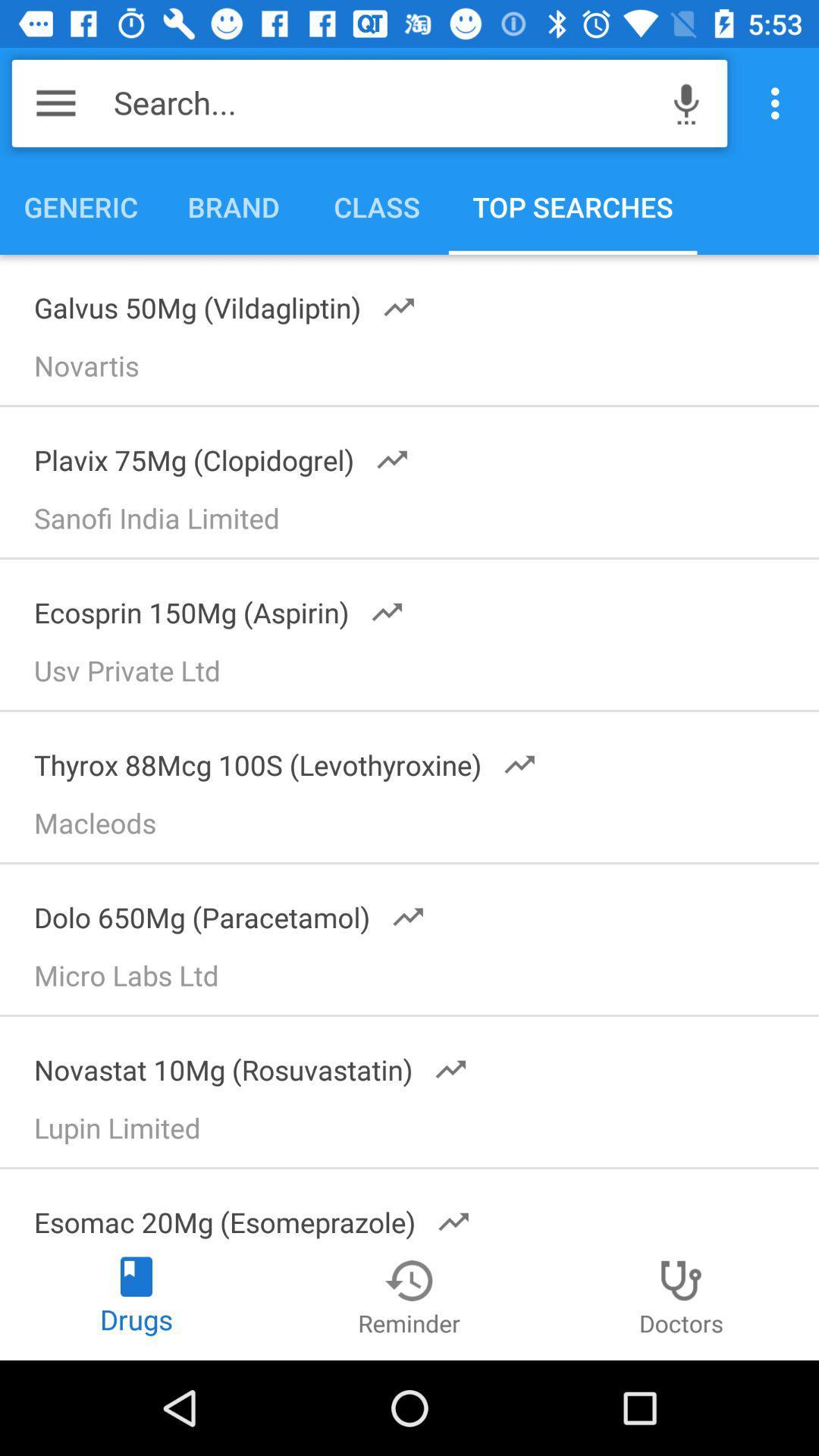  What do you see at coordinates (55, 102) in the screenshot?
I see `the item next to search...` at bounding box center [55, 102].